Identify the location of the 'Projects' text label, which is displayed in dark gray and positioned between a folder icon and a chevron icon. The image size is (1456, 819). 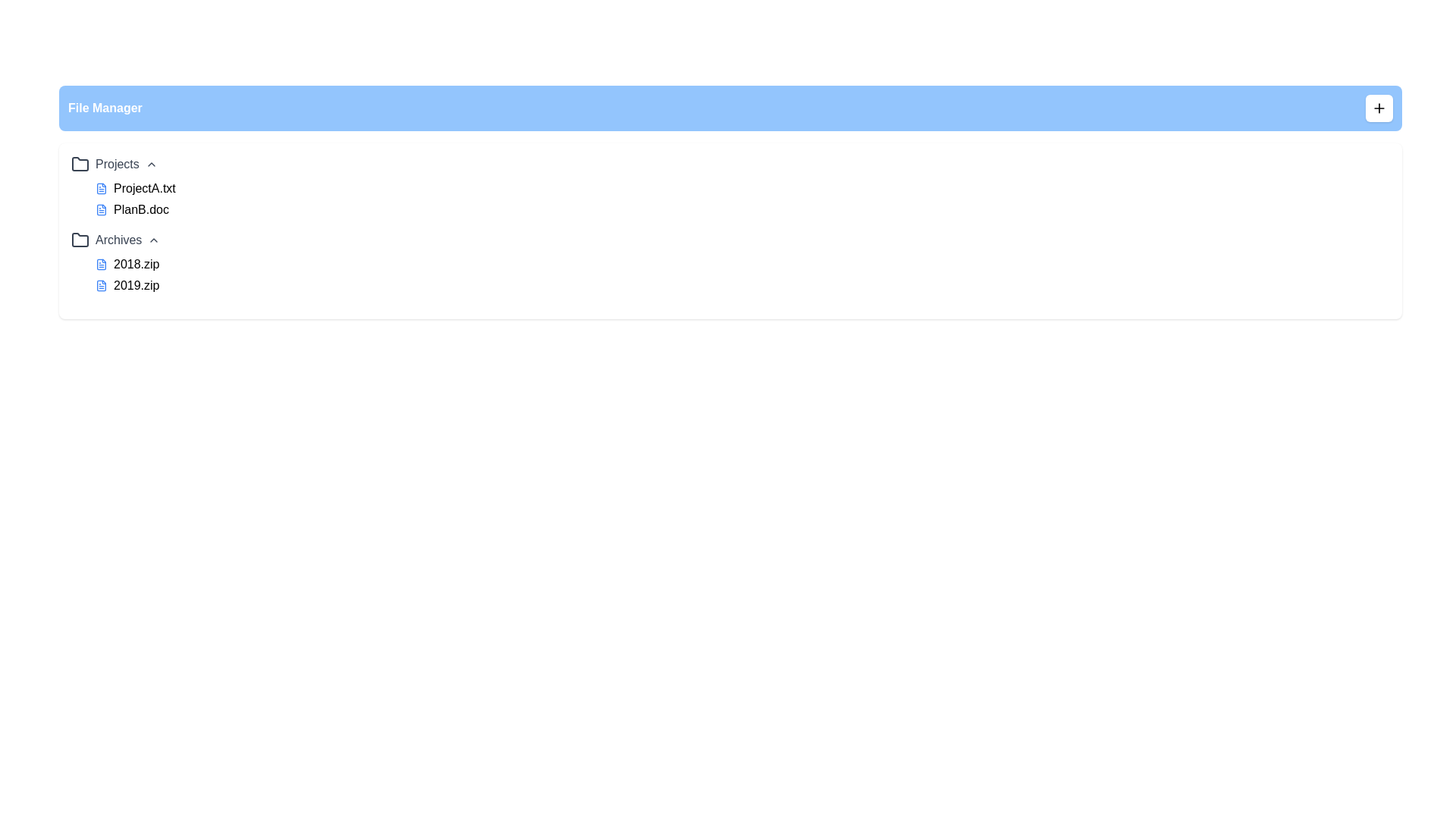
(116, 164).